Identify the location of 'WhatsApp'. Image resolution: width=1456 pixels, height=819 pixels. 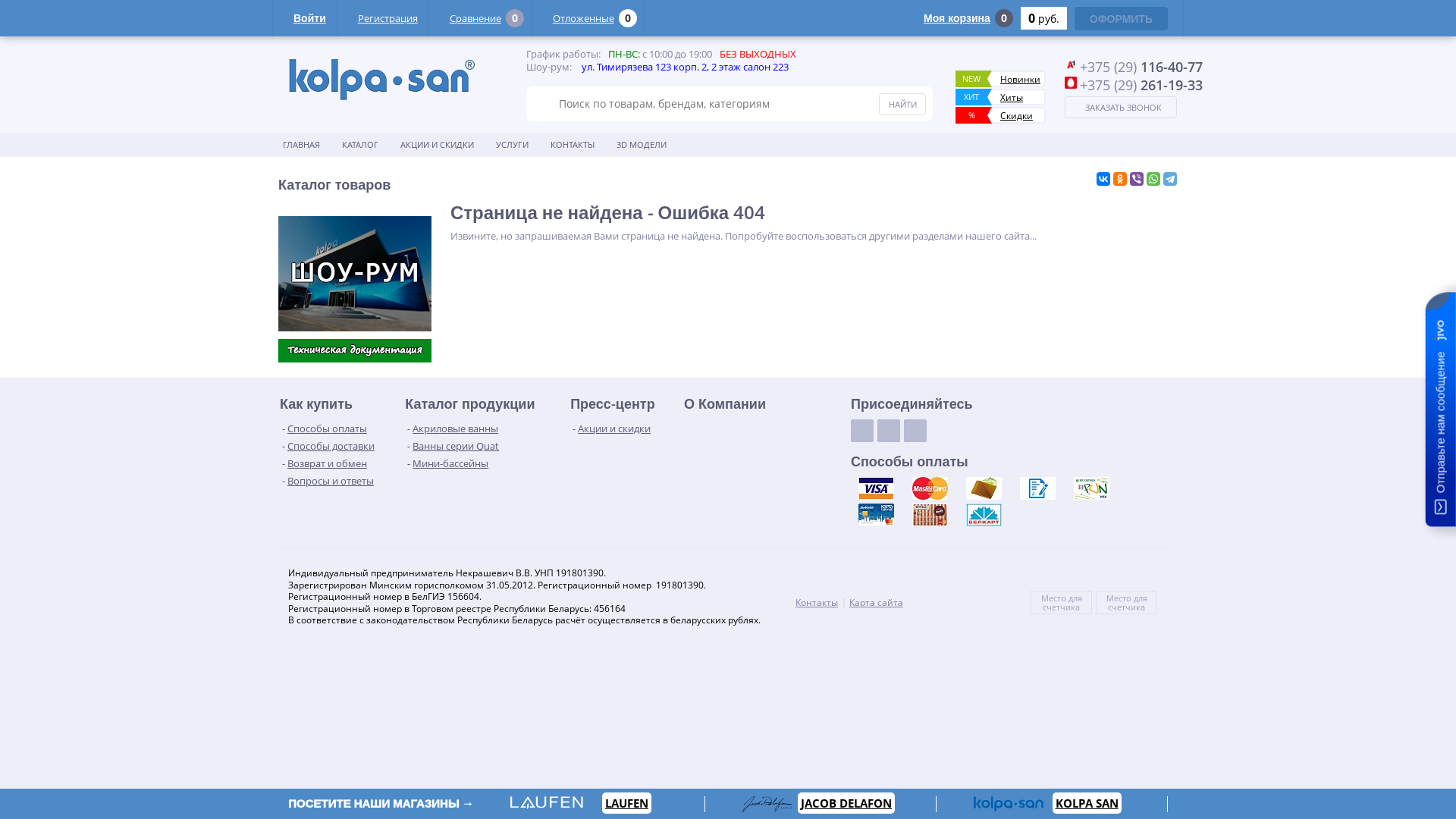
(1153, 177).